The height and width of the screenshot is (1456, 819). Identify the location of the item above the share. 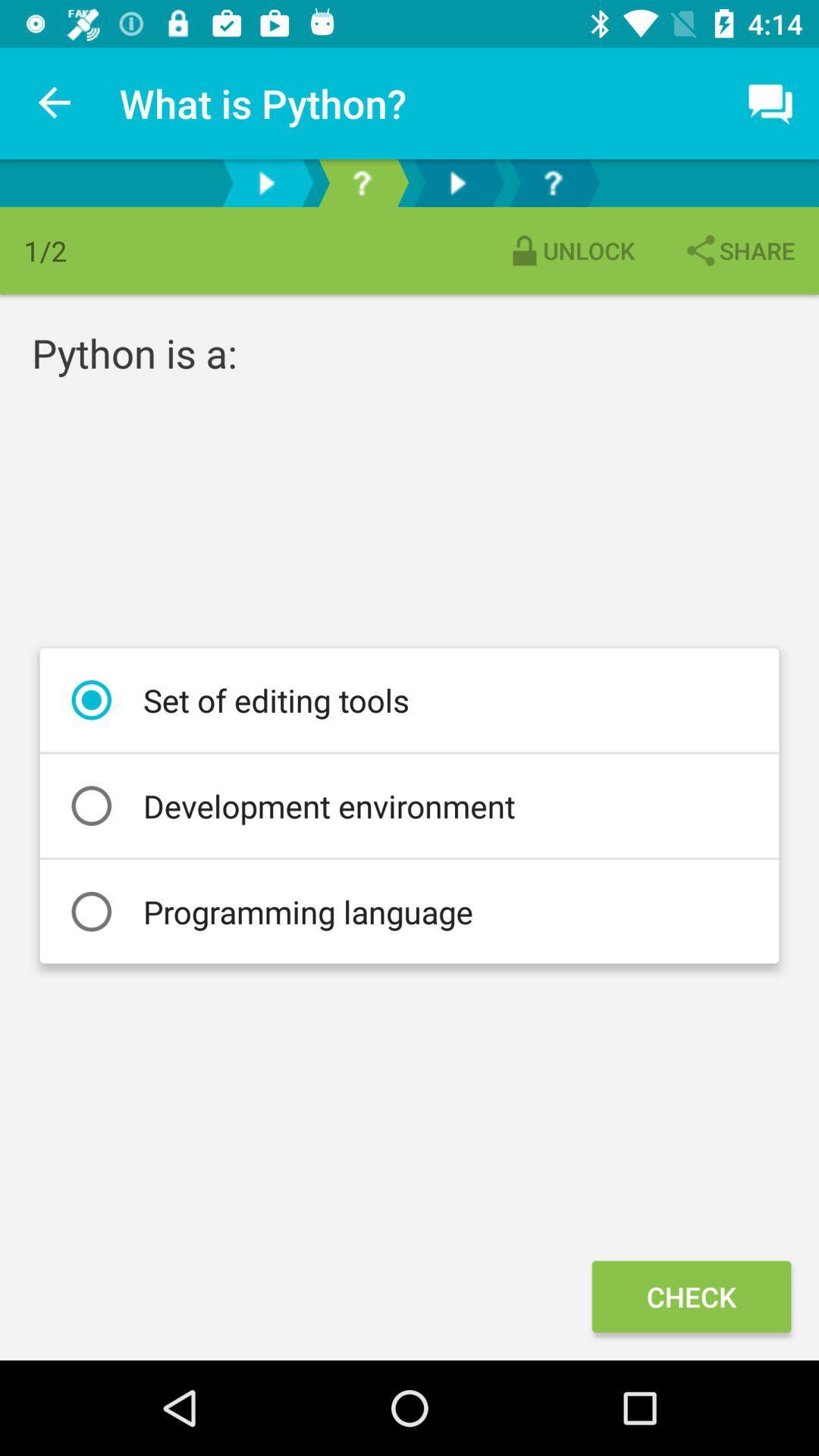
(771, 102).